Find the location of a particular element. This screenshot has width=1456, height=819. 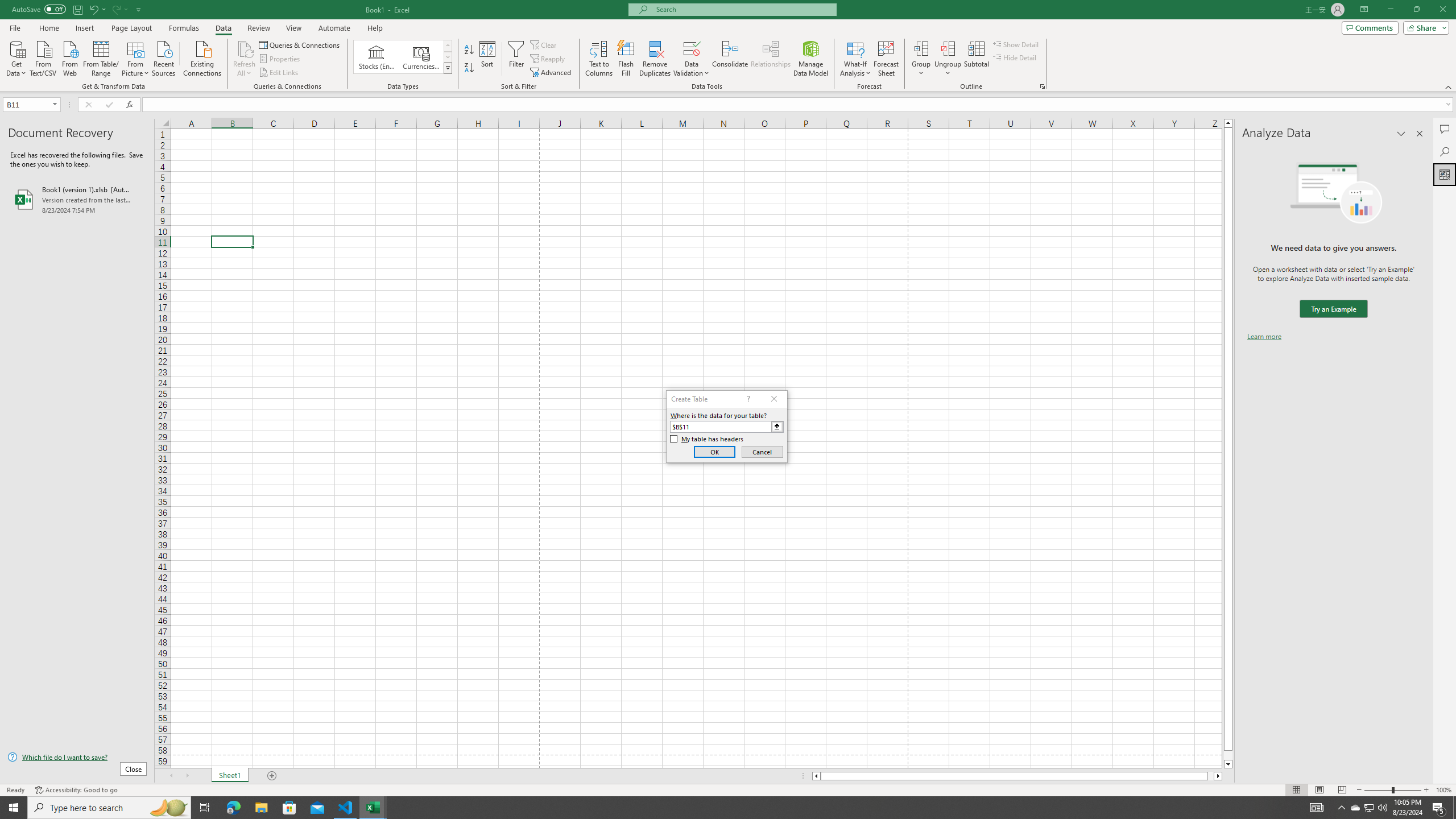

'Redo' is located at coordinates (118, 9).